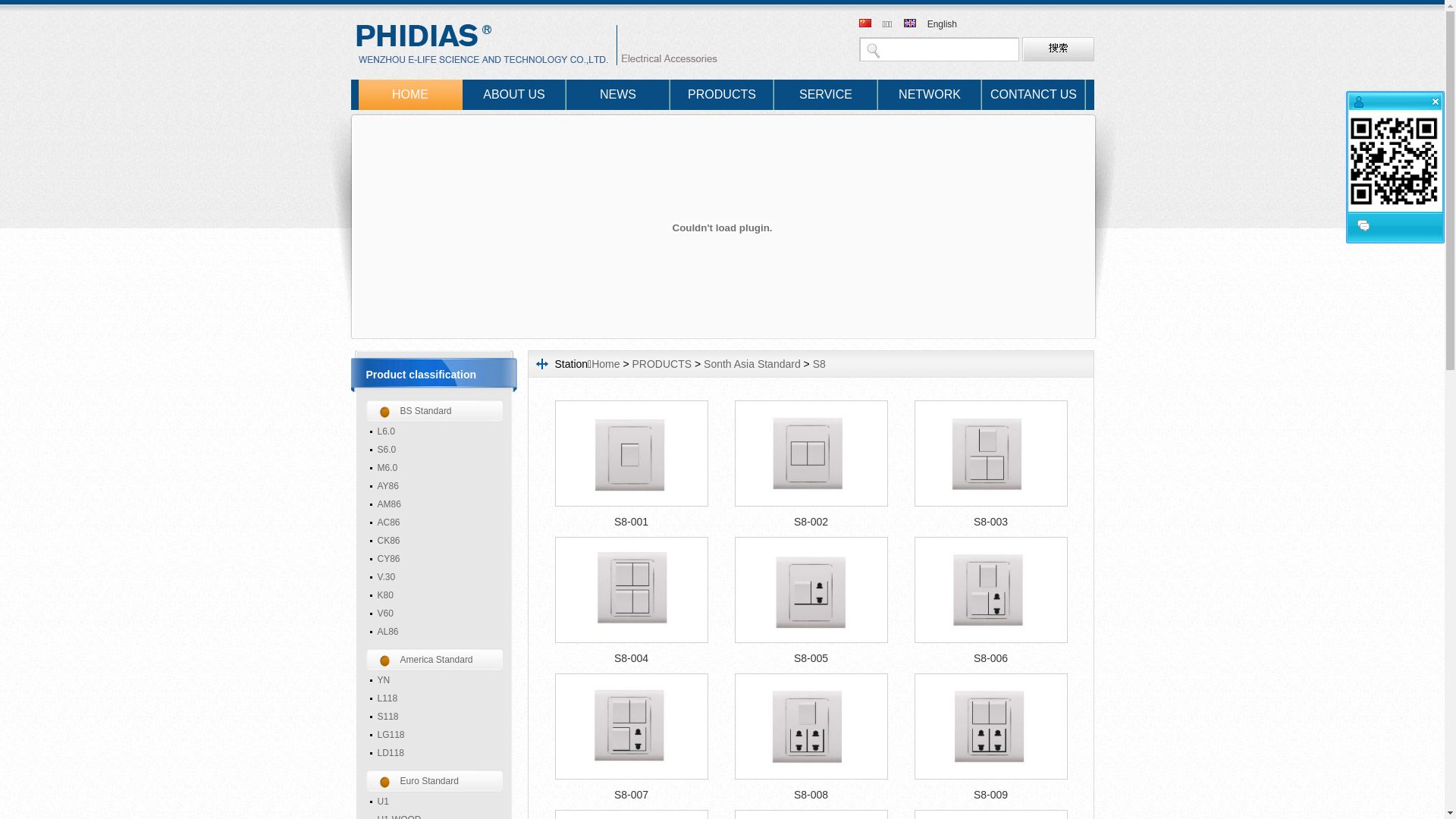  Describe the element at coordinates (564, 94) in the screenshot. I see `'NEWS'` at that location.